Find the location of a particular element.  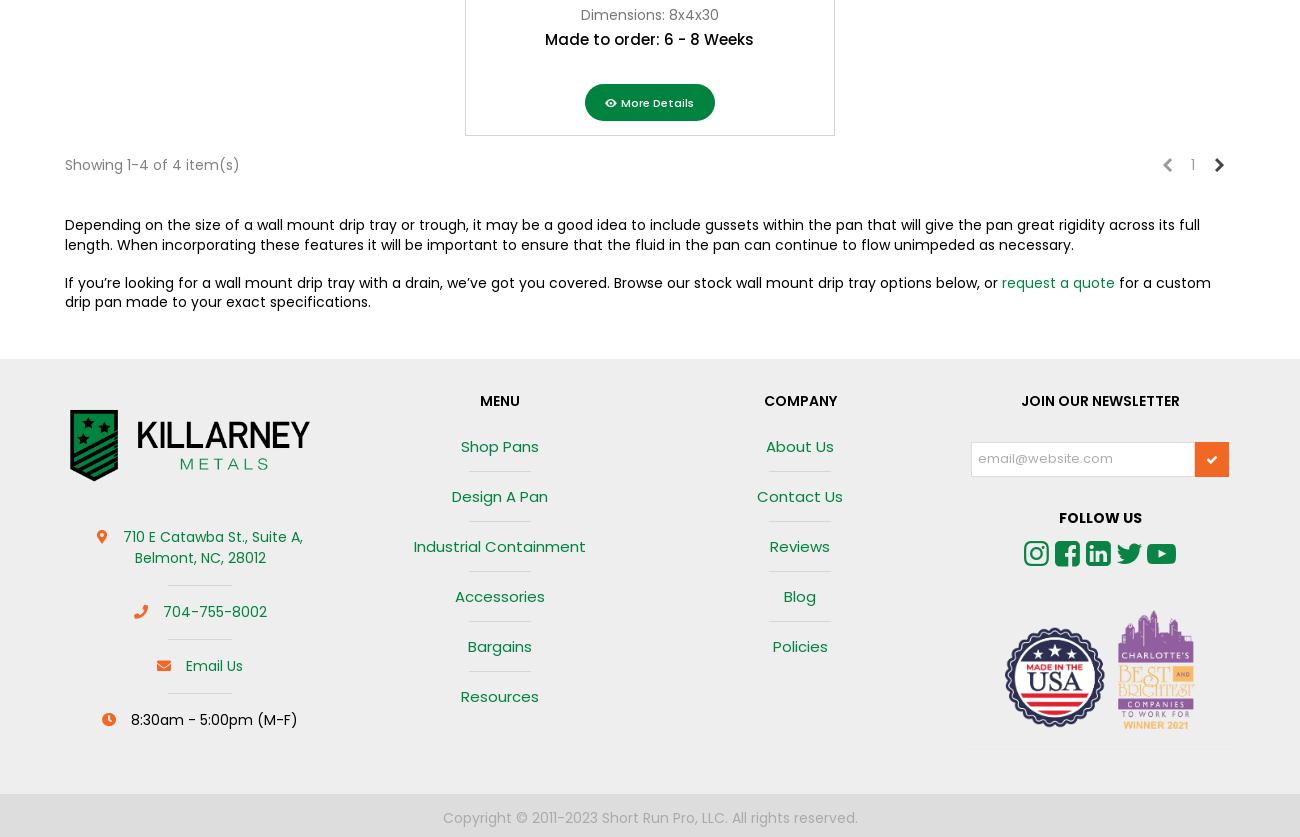

'More Details' is located at coordinates (656, 102).